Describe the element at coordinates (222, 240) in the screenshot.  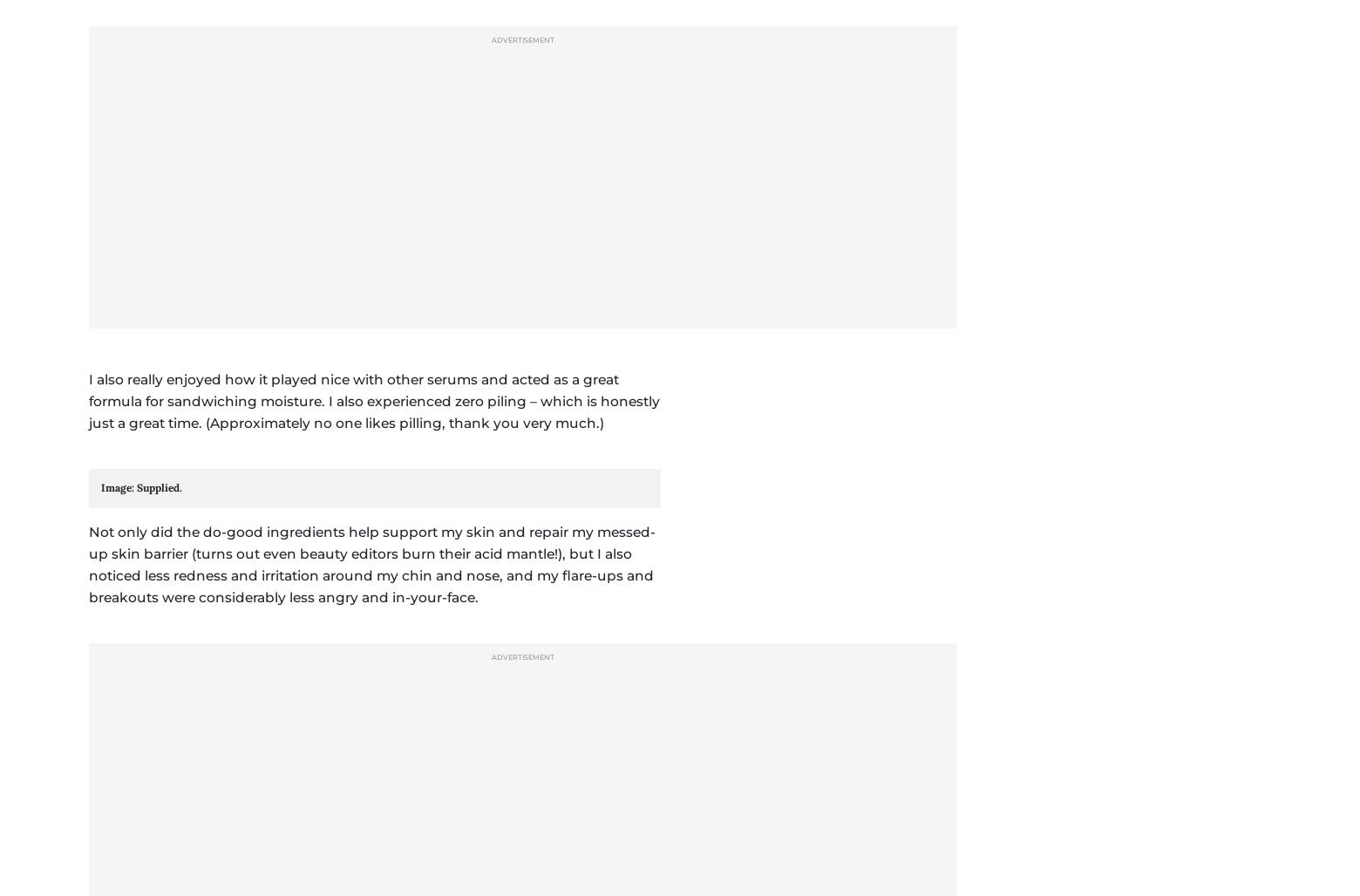
I see `'Feature image: Supplied/Erin Docherty.'` at that location.